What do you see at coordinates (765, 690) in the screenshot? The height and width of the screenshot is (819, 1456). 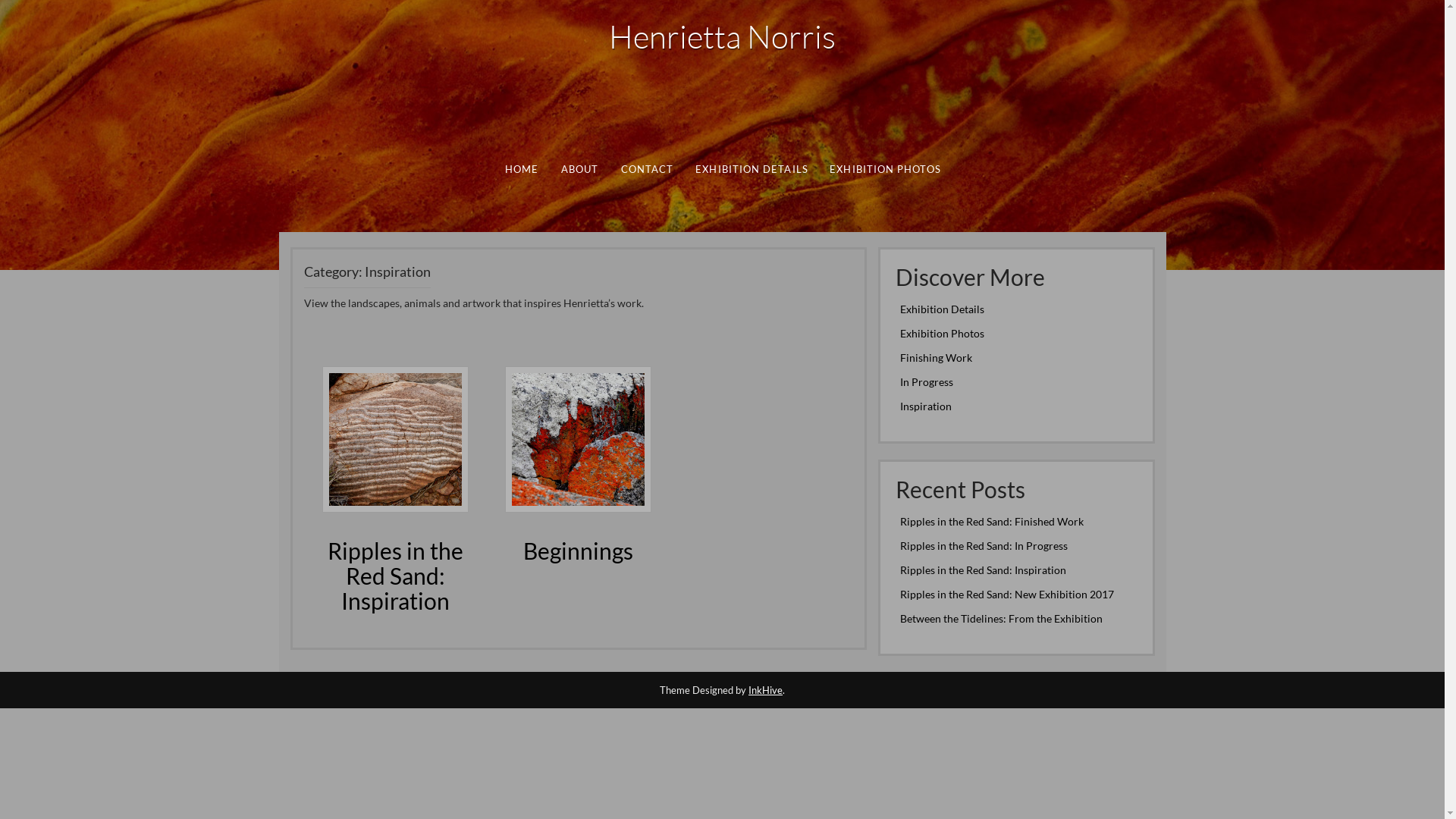 I see `'InkHive'` at bounding box center [765, 690].